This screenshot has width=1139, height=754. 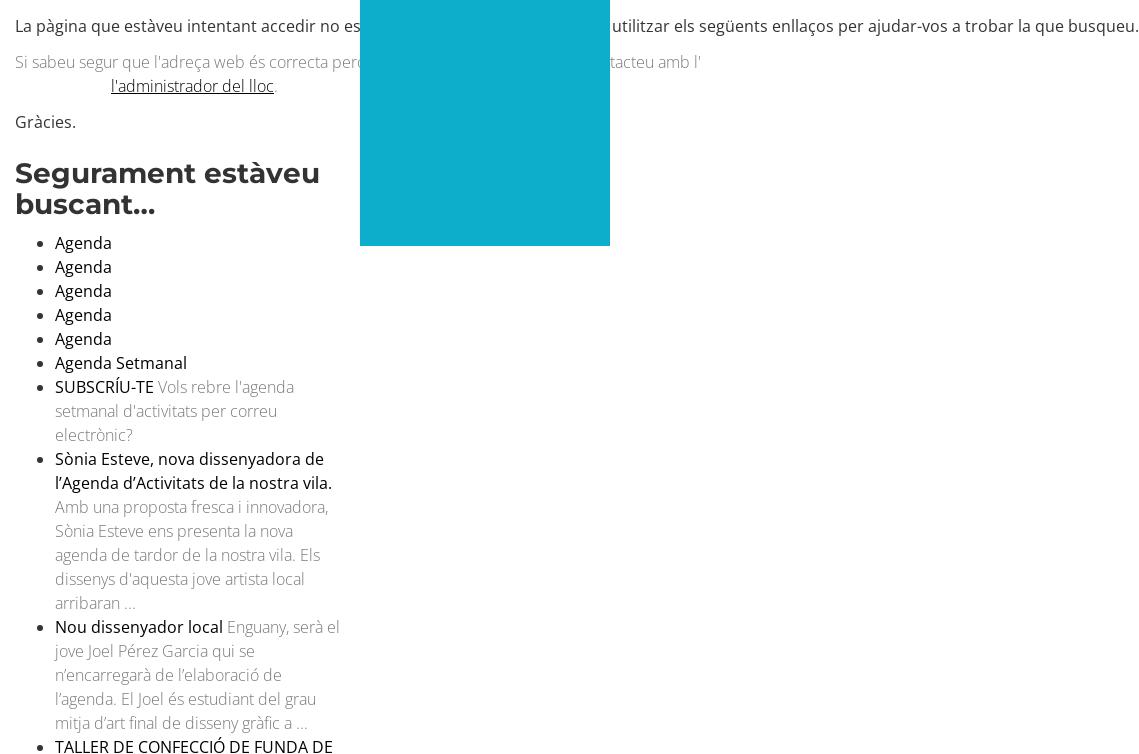 What do you see at coordinates (55, 555) in the screenshot?
I see `'Amb una proposta fresca i innovadora, Sònia Esteve ens presenta la nova agenda de tardor de la nostra vila. Els dissenys d'aquesta jove artista local arribaran ...'` at bounding box center [55, 555].